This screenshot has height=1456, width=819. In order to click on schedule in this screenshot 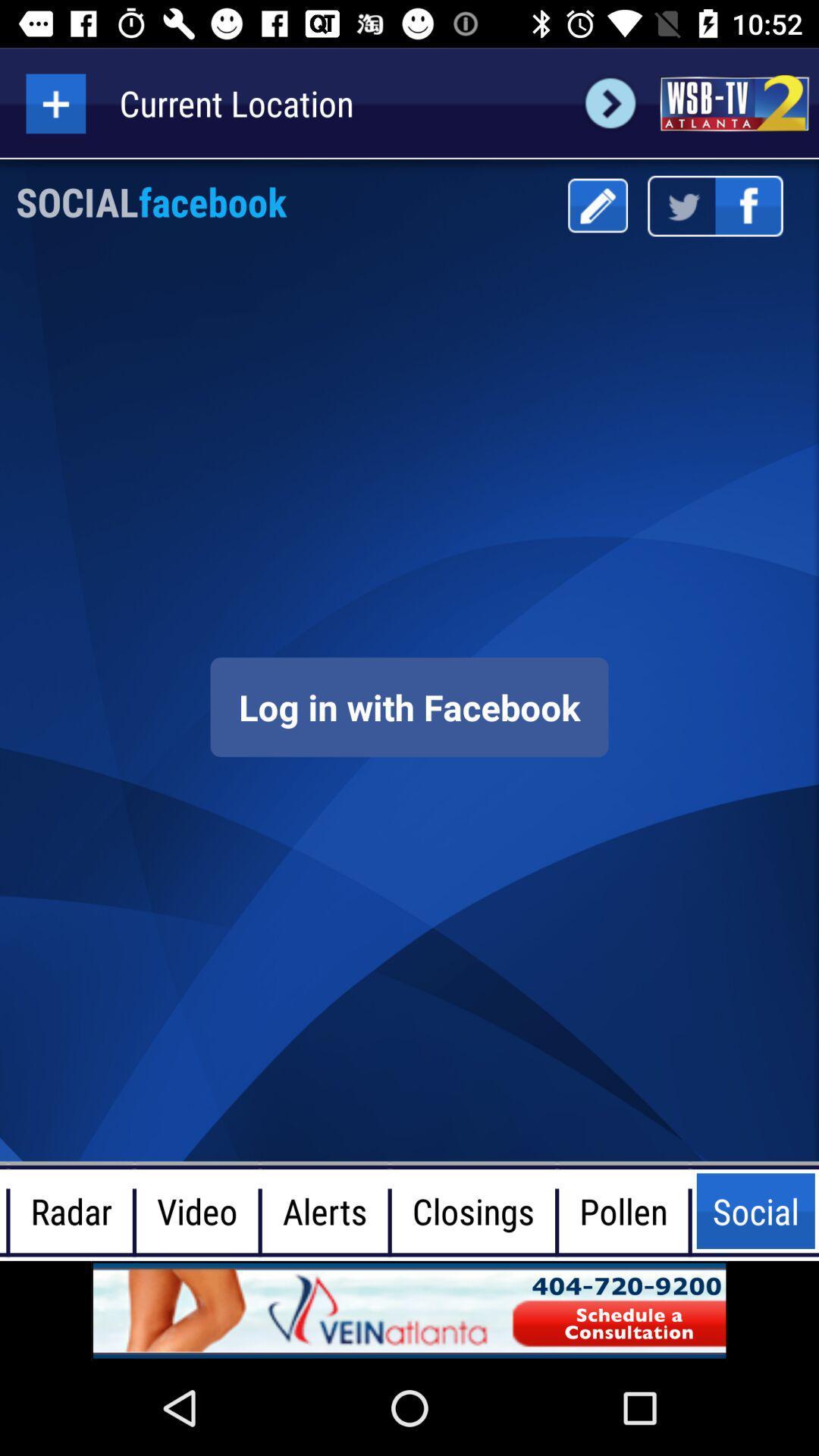, I will do `click(409, 1310)`.